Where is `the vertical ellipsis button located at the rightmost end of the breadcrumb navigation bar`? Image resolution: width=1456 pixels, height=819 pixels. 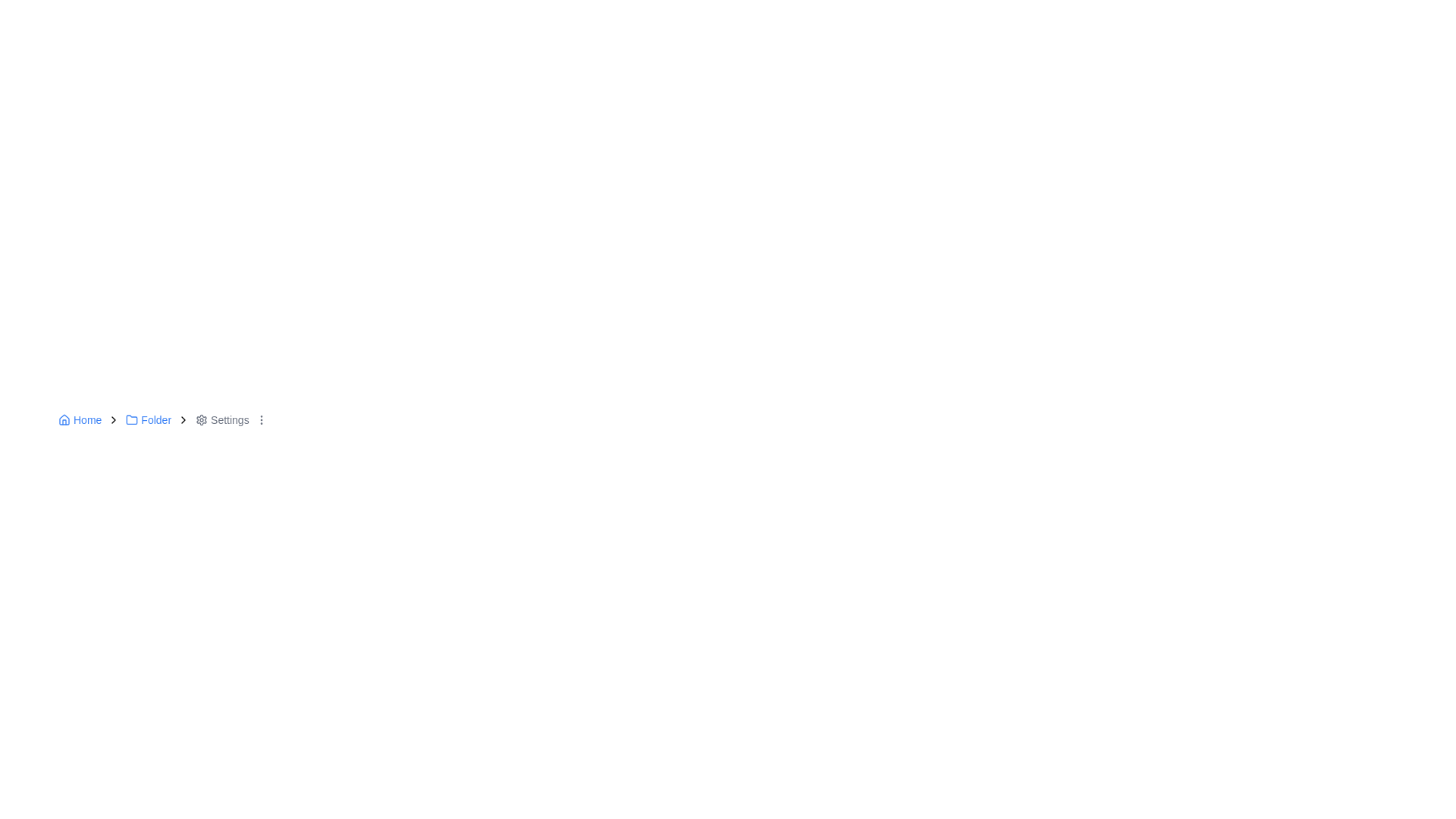 the vertical ellipsis button located at the rightmost end of the breadcrumb navigation bar is located at coordinates (261, 420).